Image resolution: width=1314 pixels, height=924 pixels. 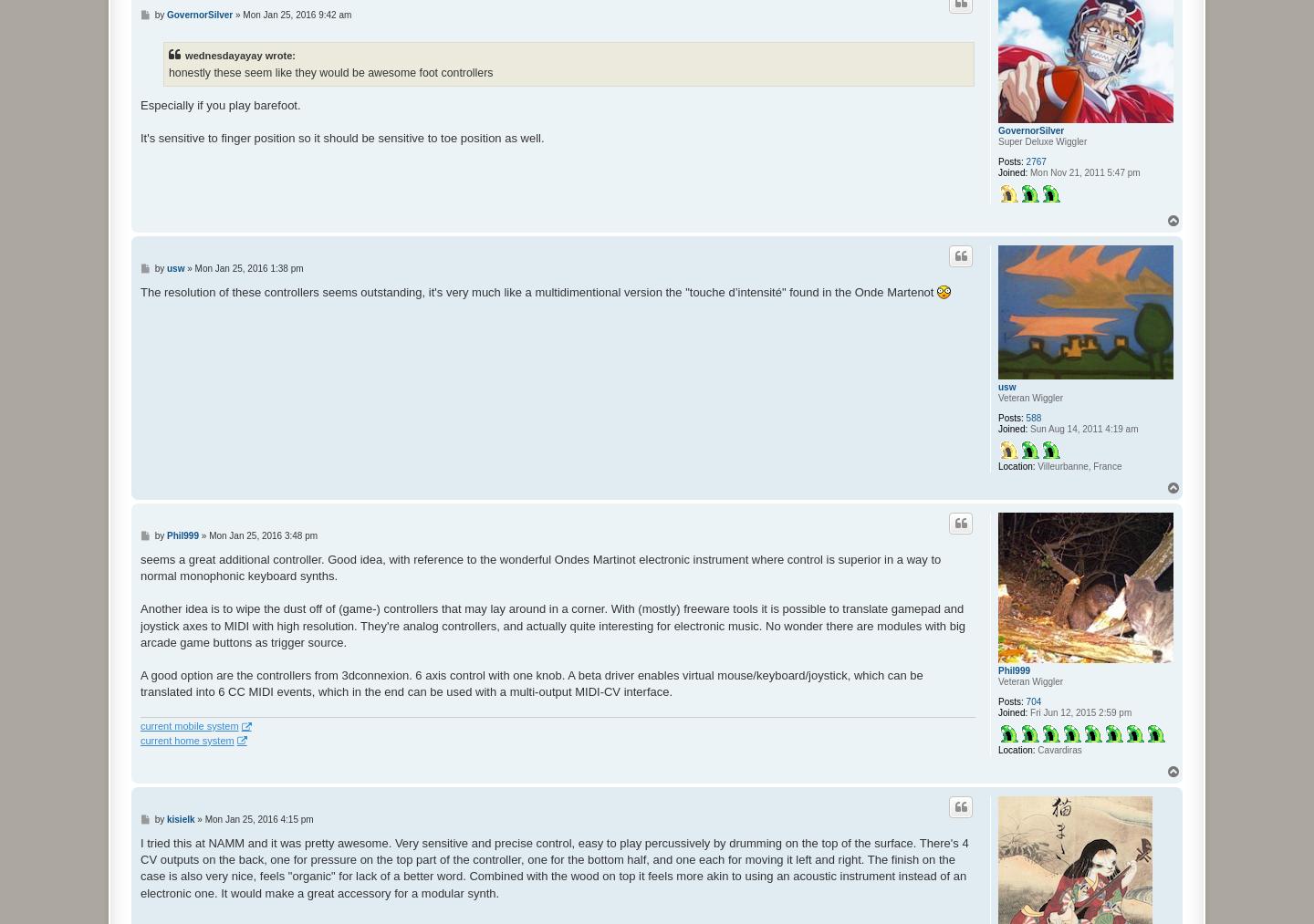 What do you see at coordinates (540, 566) in the screenshot?
I see `'seems a great additional controller. Good idea, with reference to the wonderful Ondes Martinot electronic instrument where control is superior in a way to normal monophonic keyboard synths.'` at bounding box center [540, 566].